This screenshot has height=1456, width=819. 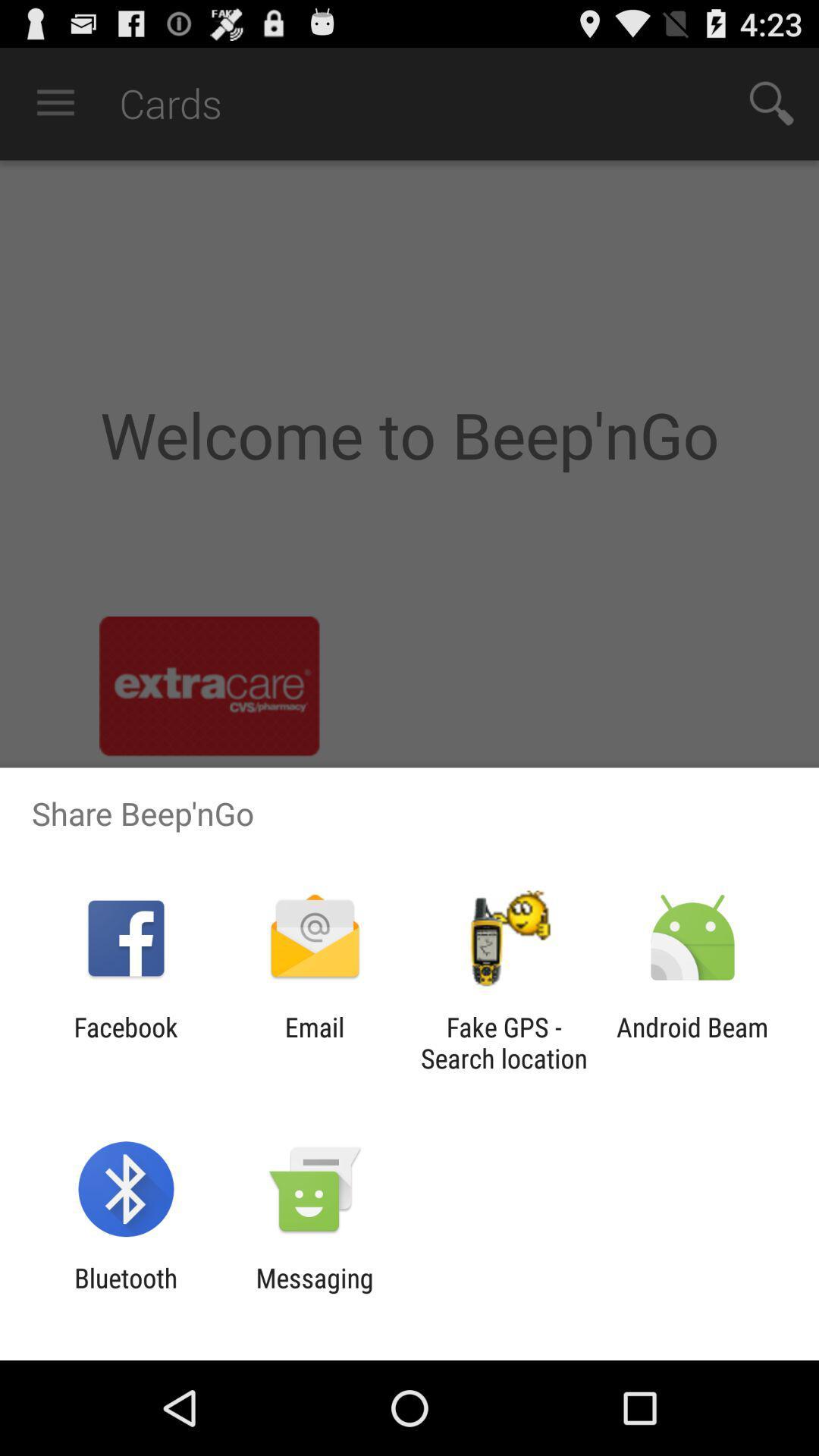 I want to click on fake gps search icon, so click(x=504, y=1042).